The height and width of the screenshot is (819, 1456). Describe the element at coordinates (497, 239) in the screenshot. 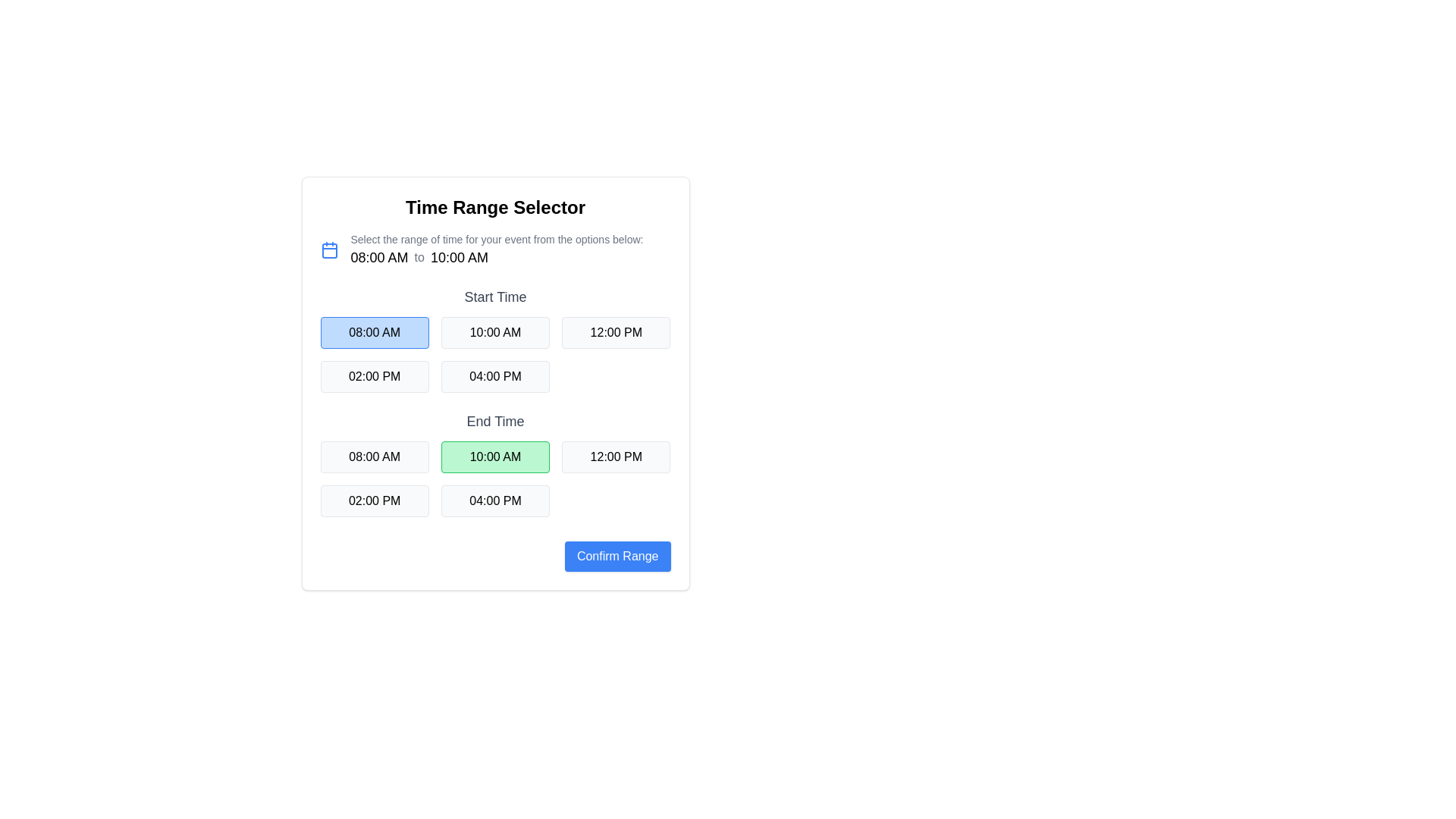

I see `the static text that reads 'Select the range of time for your event from the options below:', which is located below the header 'Time Range Selector' and above the time-selection fields` at that location.